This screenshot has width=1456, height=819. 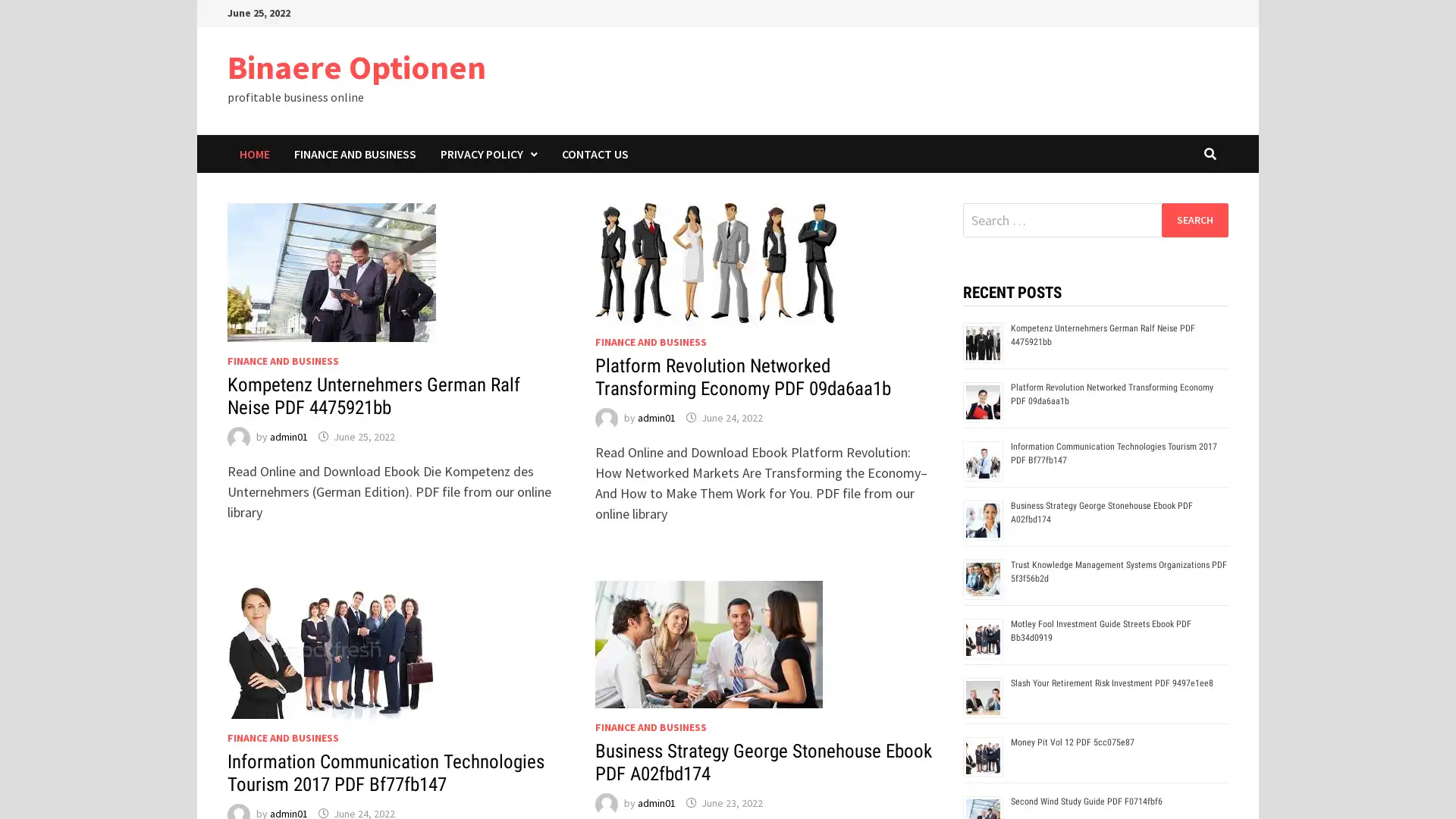 I want to click on Search, so click(x=1194, y=219).